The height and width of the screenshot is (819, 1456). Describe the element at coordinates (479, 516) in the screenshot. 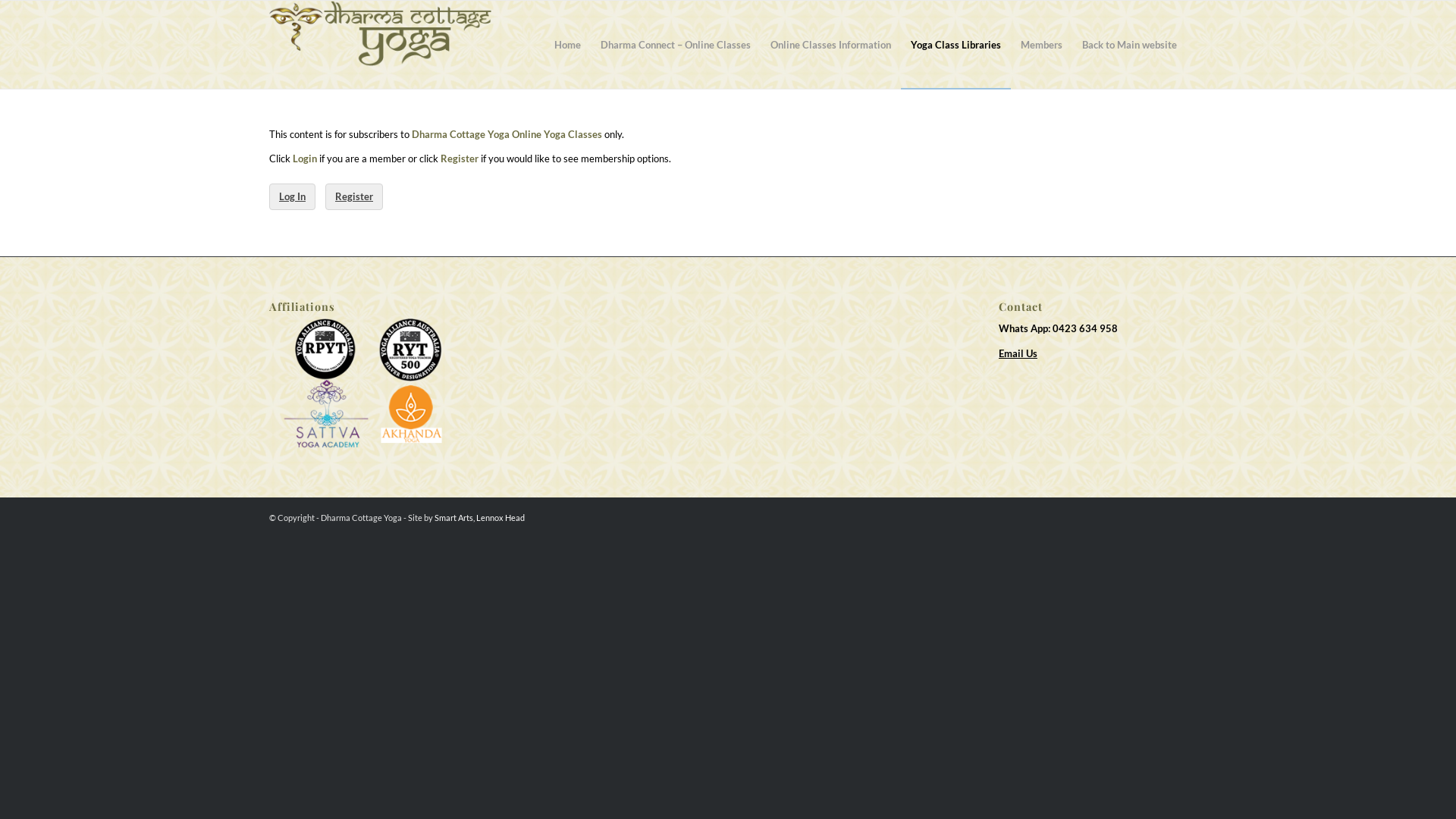

I see `'Smart Arts, Lennox Head'` at that location.